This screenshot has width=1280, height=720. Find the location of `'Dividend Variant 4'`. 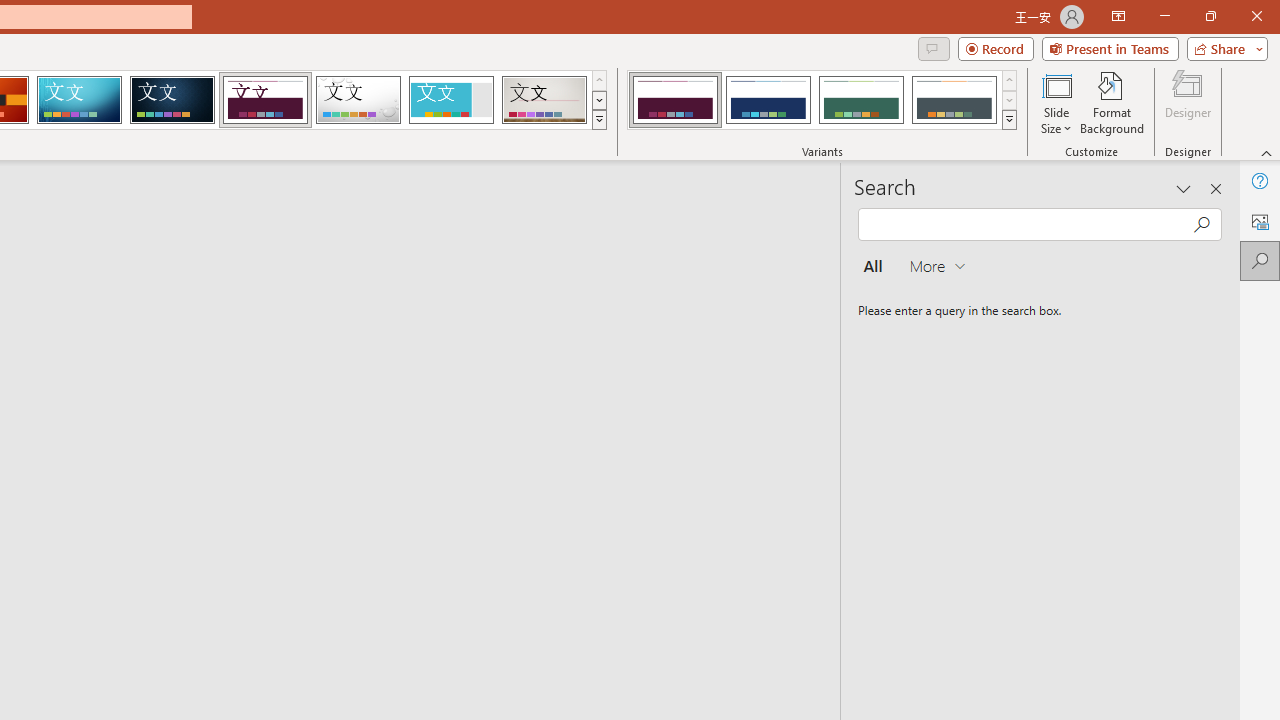

'Dividend Variant 4' is located at coordinates (953, 100).